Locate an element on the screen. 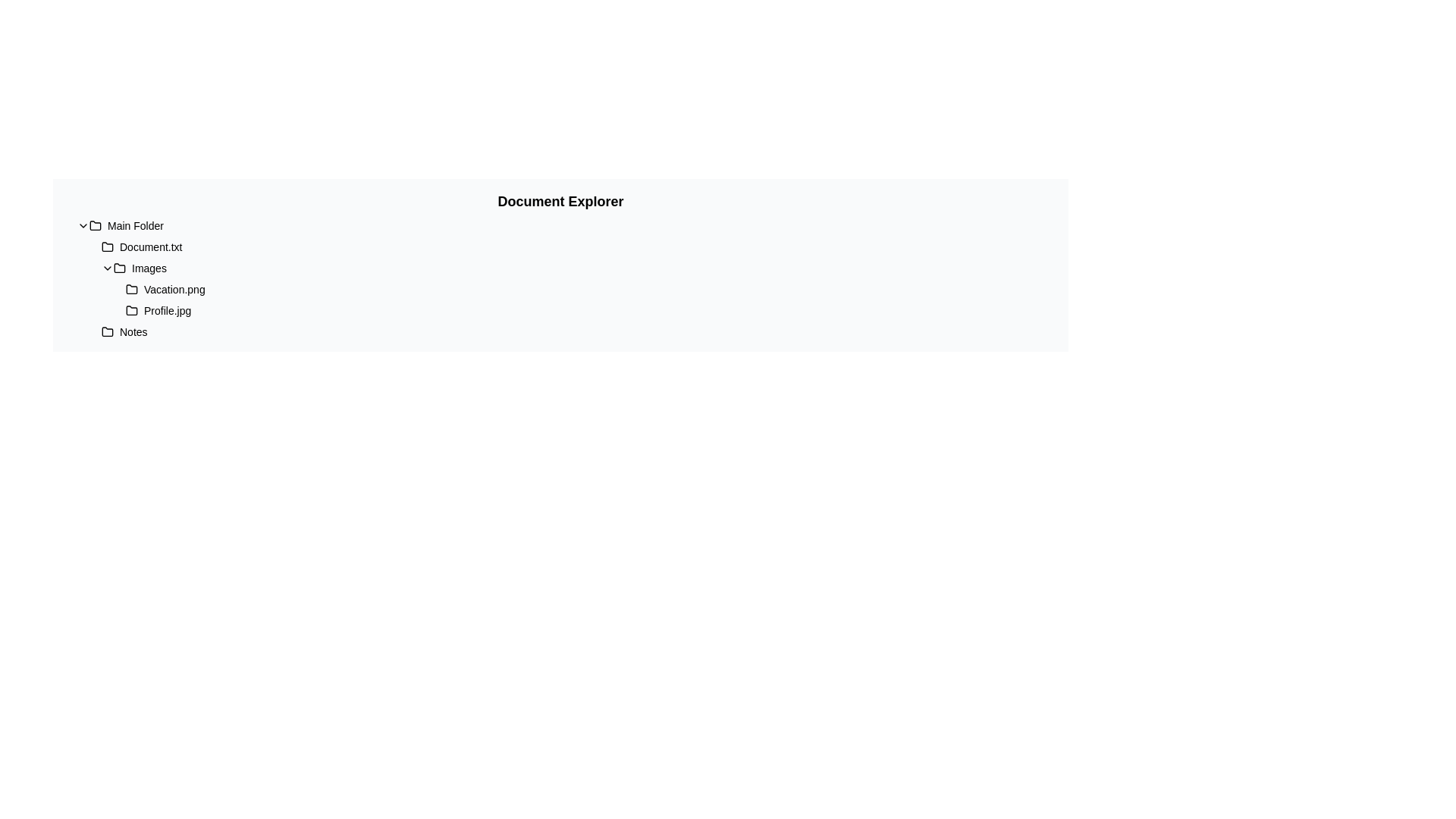 The width and height of the screenshot is (1456, 819). the folder icon representing the file entry for 'Document.txt' in the Document Explorer interface is located at coordinates (107, 245).